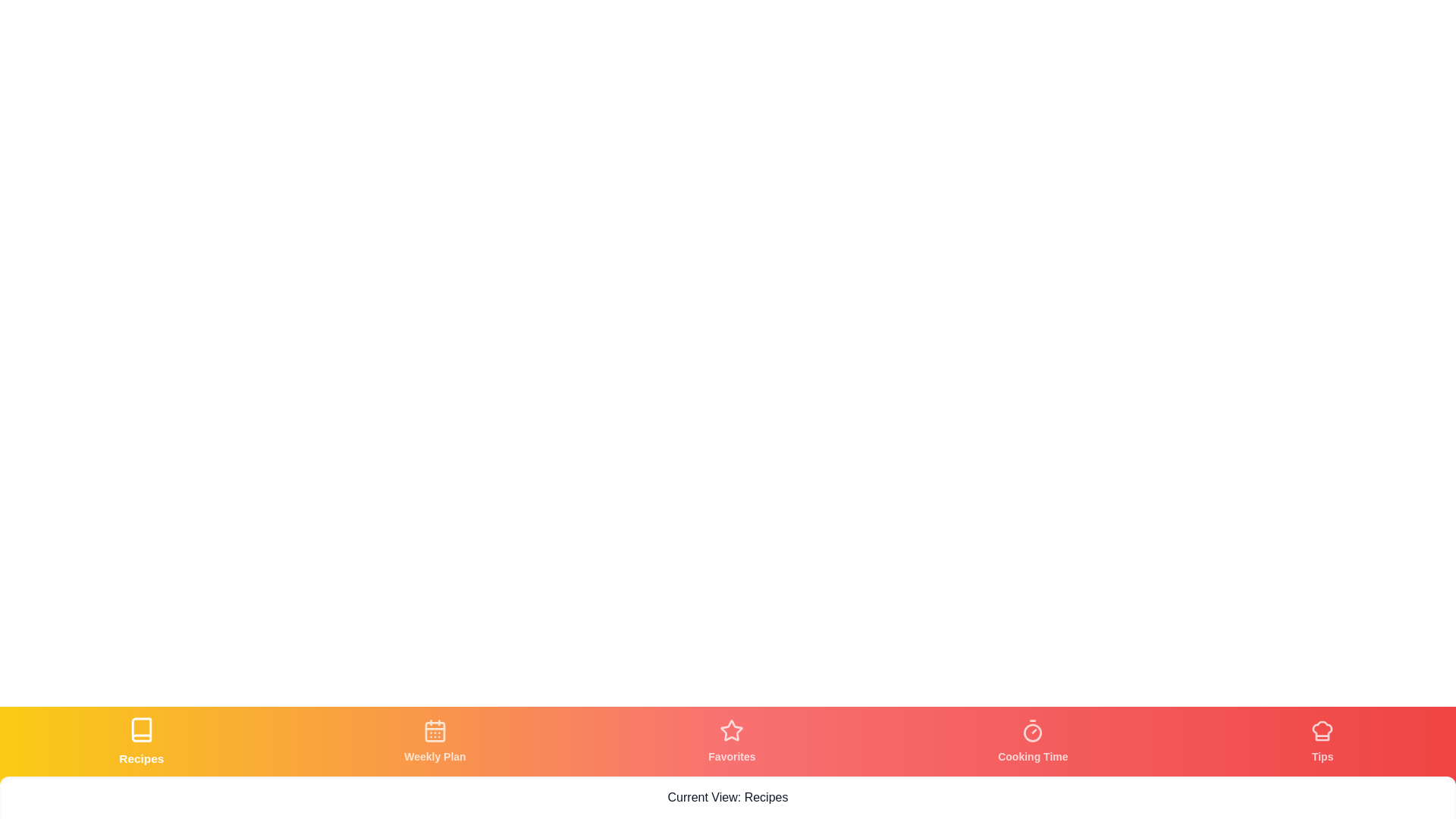 The width and height of the screenshot is (1456, 819). I want to click on the tab corresponding to Recipes by clicking its icon or label, so click(141, 741).